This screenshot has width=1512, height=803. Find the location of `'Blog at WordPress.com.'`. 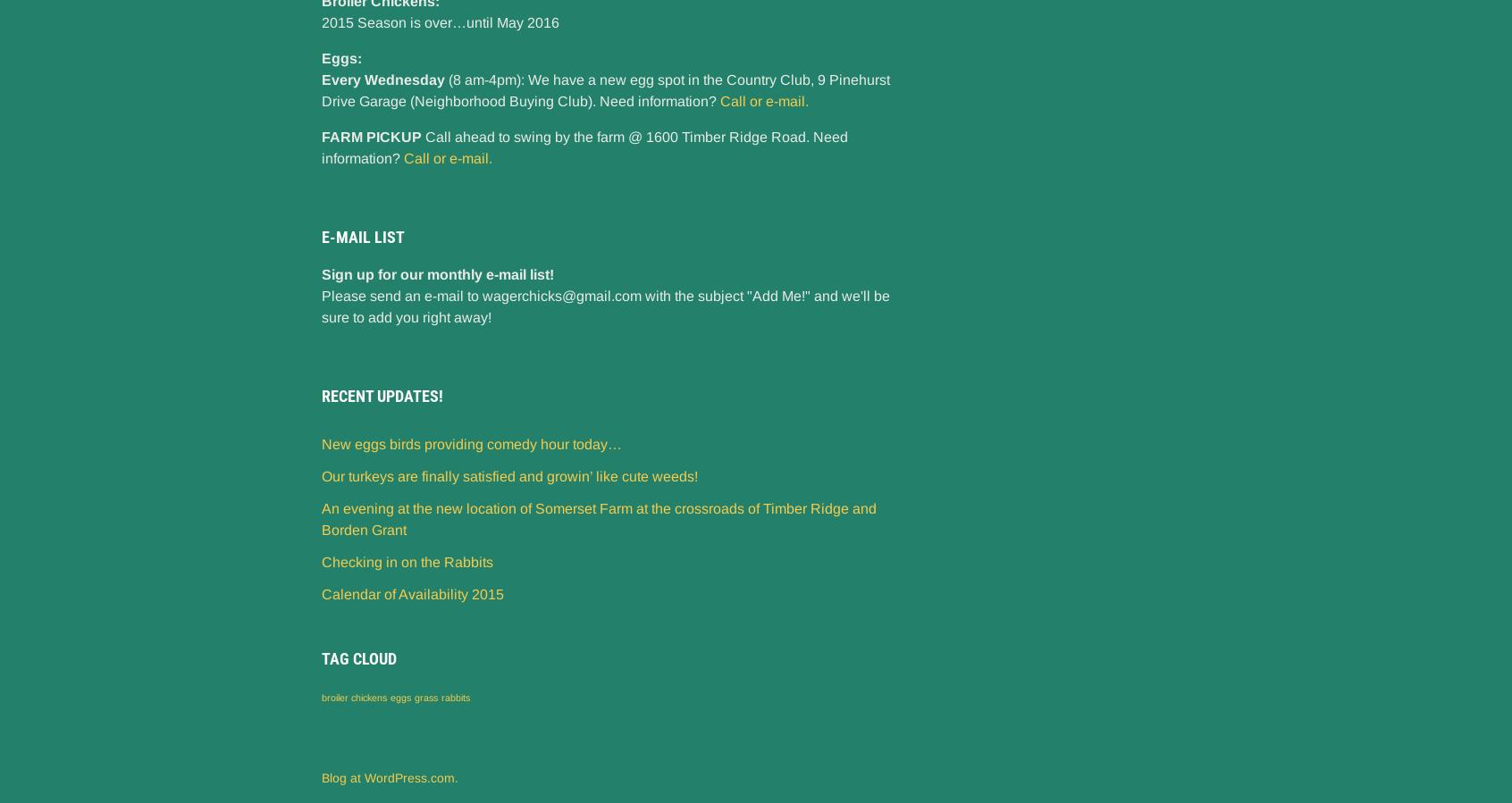

'Blog at WordPress.com.' is located at coordinates (389, 776).